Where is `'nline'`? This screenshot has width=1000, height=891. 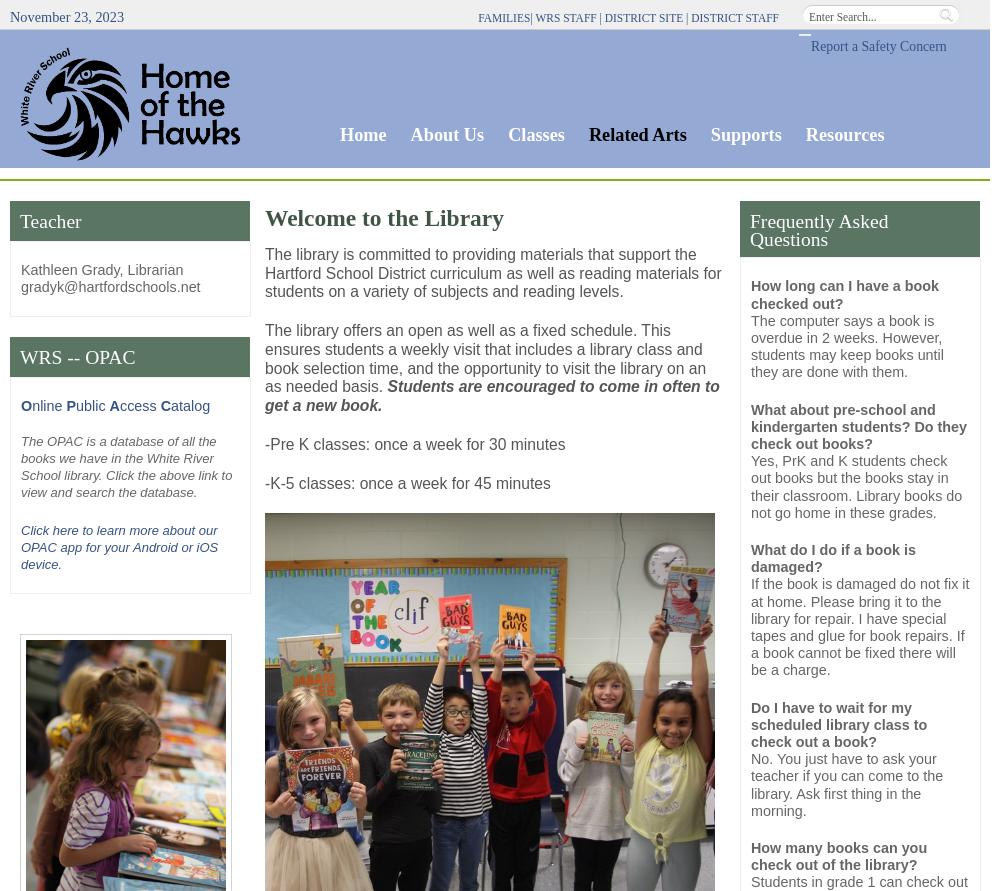
'nline' is located at coordinates (32, 406).